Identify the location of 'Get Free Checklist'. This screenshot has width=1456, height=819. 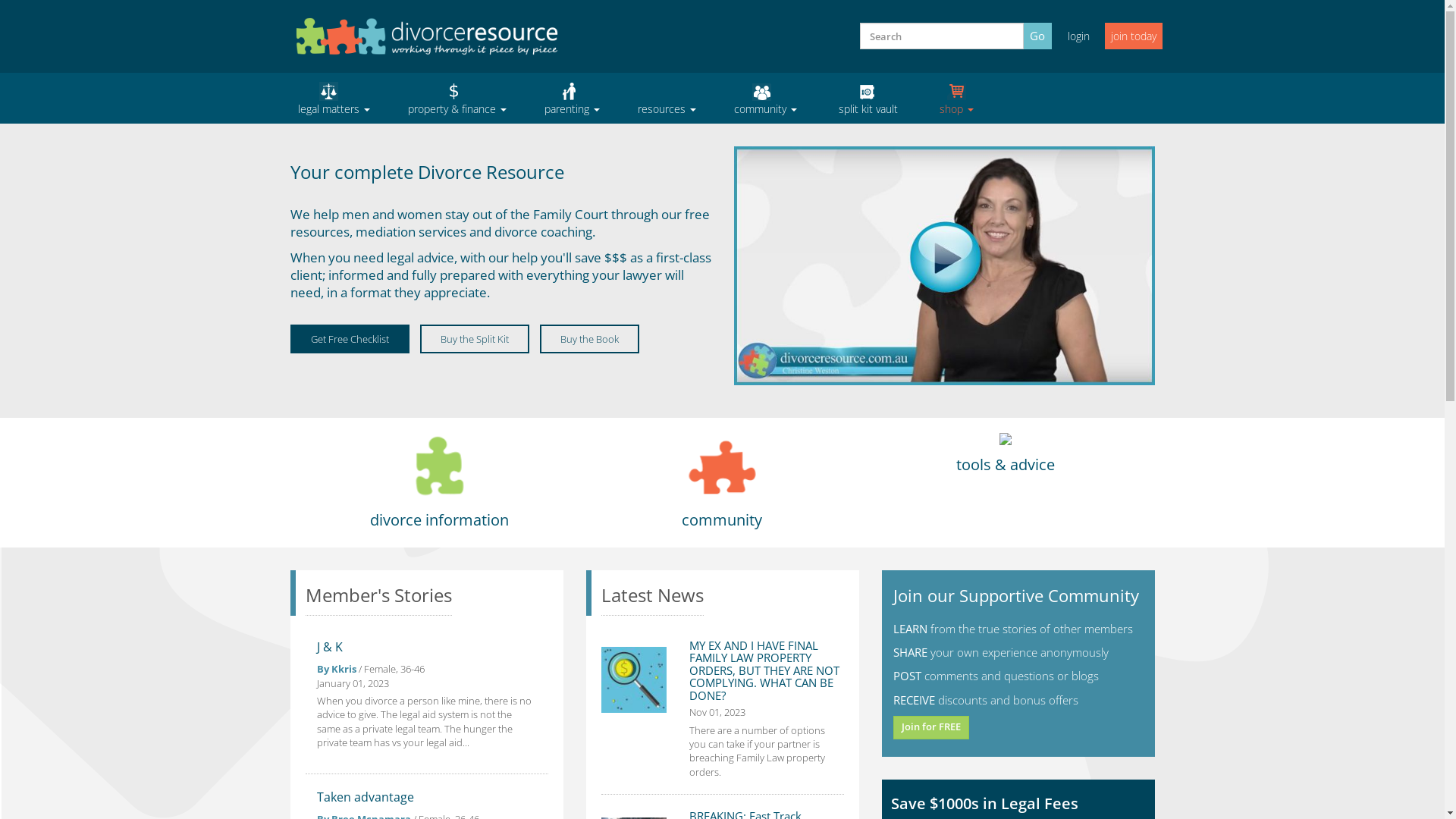
(290, 338).